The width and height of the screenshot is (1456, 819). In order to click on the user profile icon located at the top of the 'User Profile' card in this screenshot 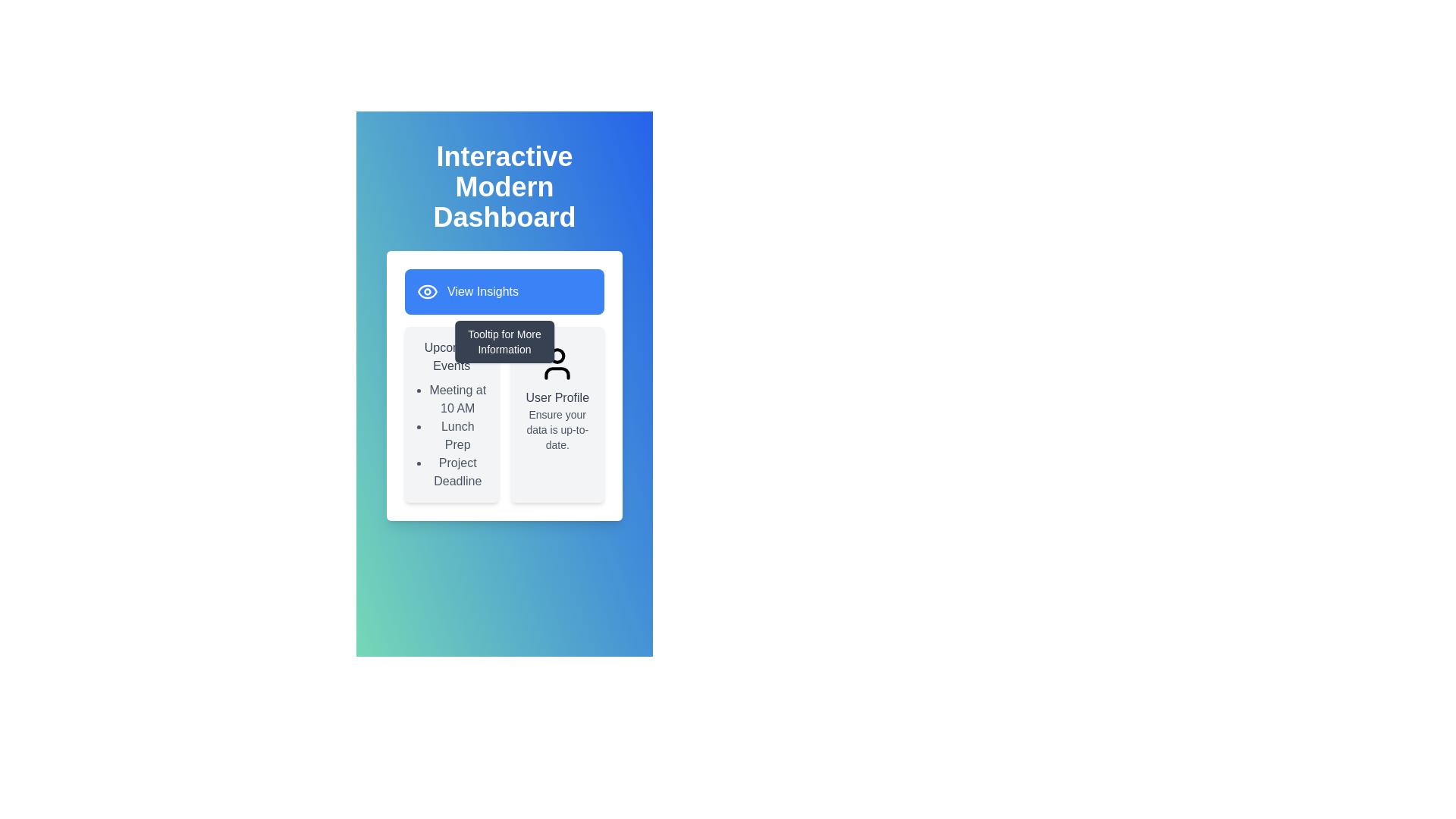, I will do `click(557, 363)`.